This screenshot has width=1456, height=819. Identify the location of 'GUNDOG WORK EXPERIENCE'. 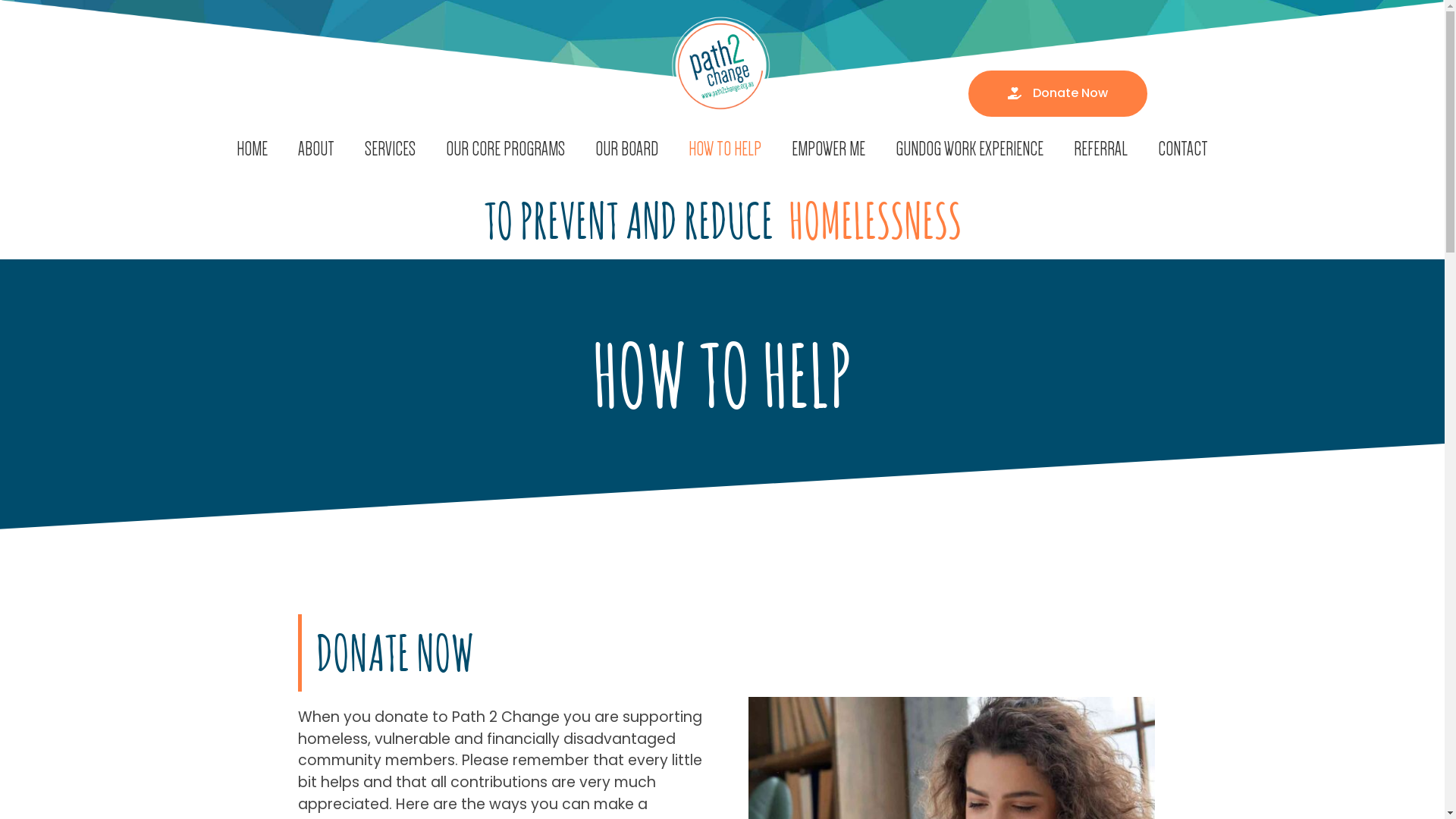
(968, 149).